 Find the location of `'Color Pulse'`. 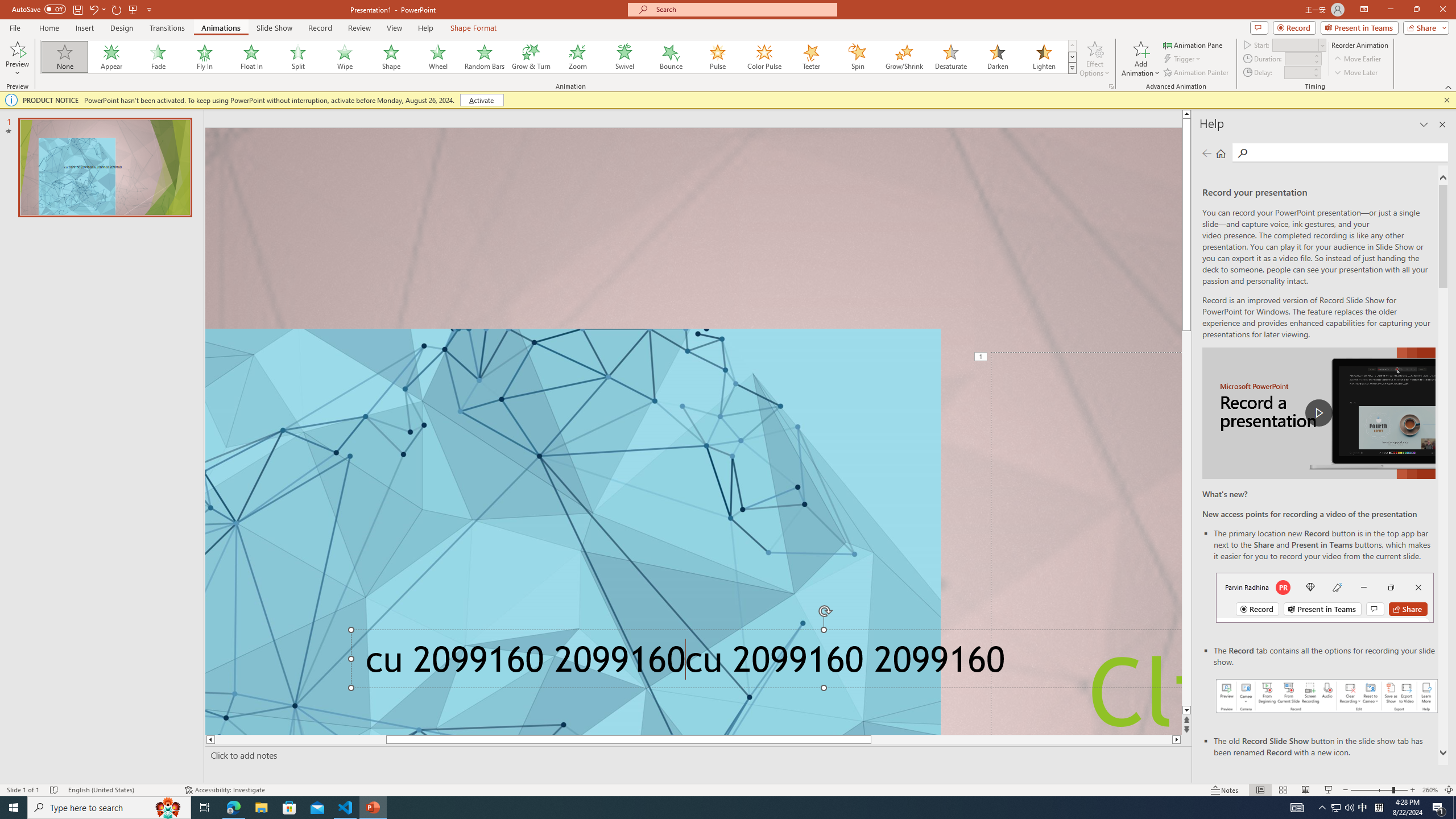

'Color Pulse' is located at coordinates (764, 56).